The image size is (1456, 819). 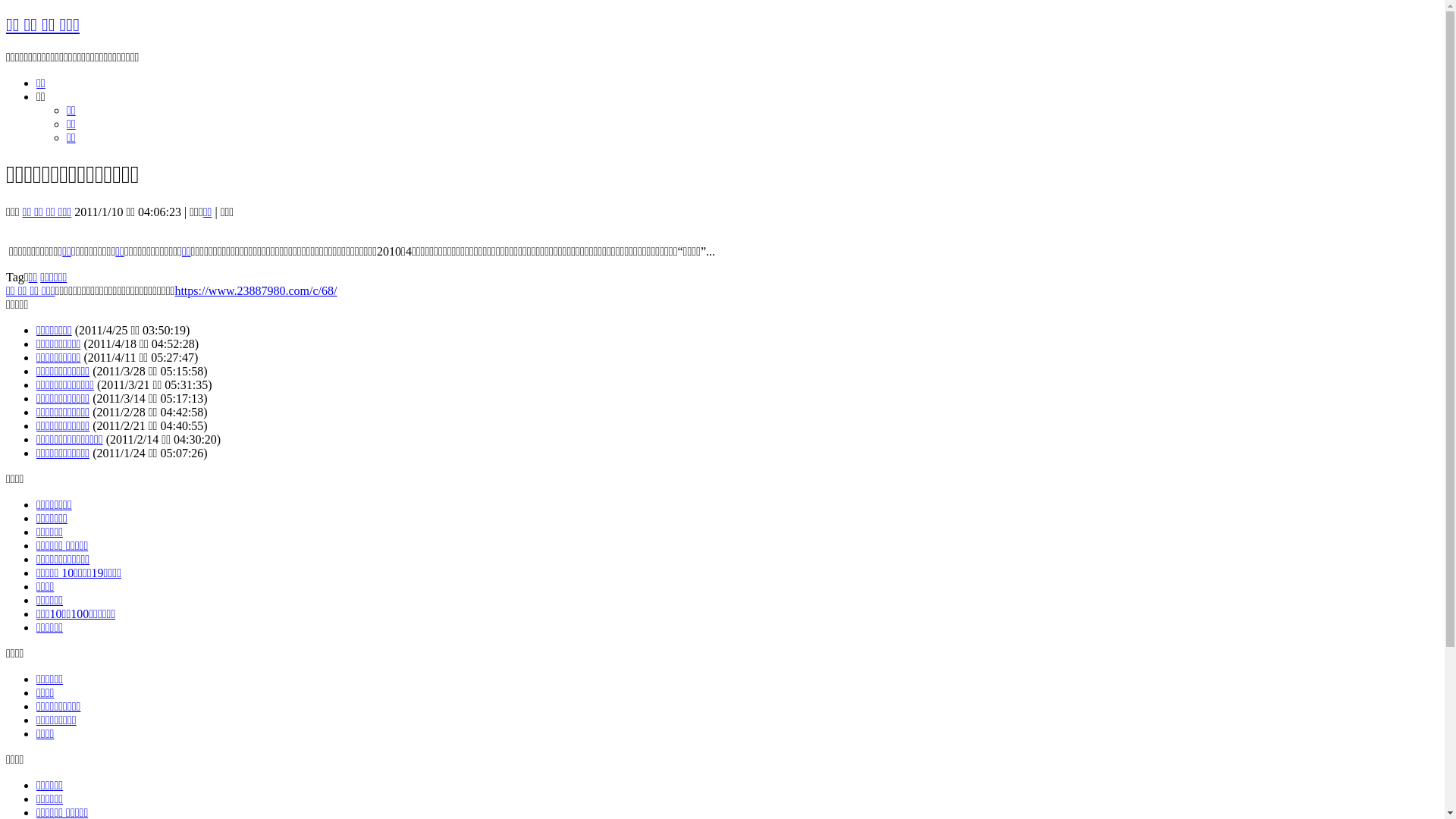 What do you see at coordinates (255, 290) in the screenshot?
I see `'https://www.23887980.com/c/68/'` at bounding box center [255, 290].